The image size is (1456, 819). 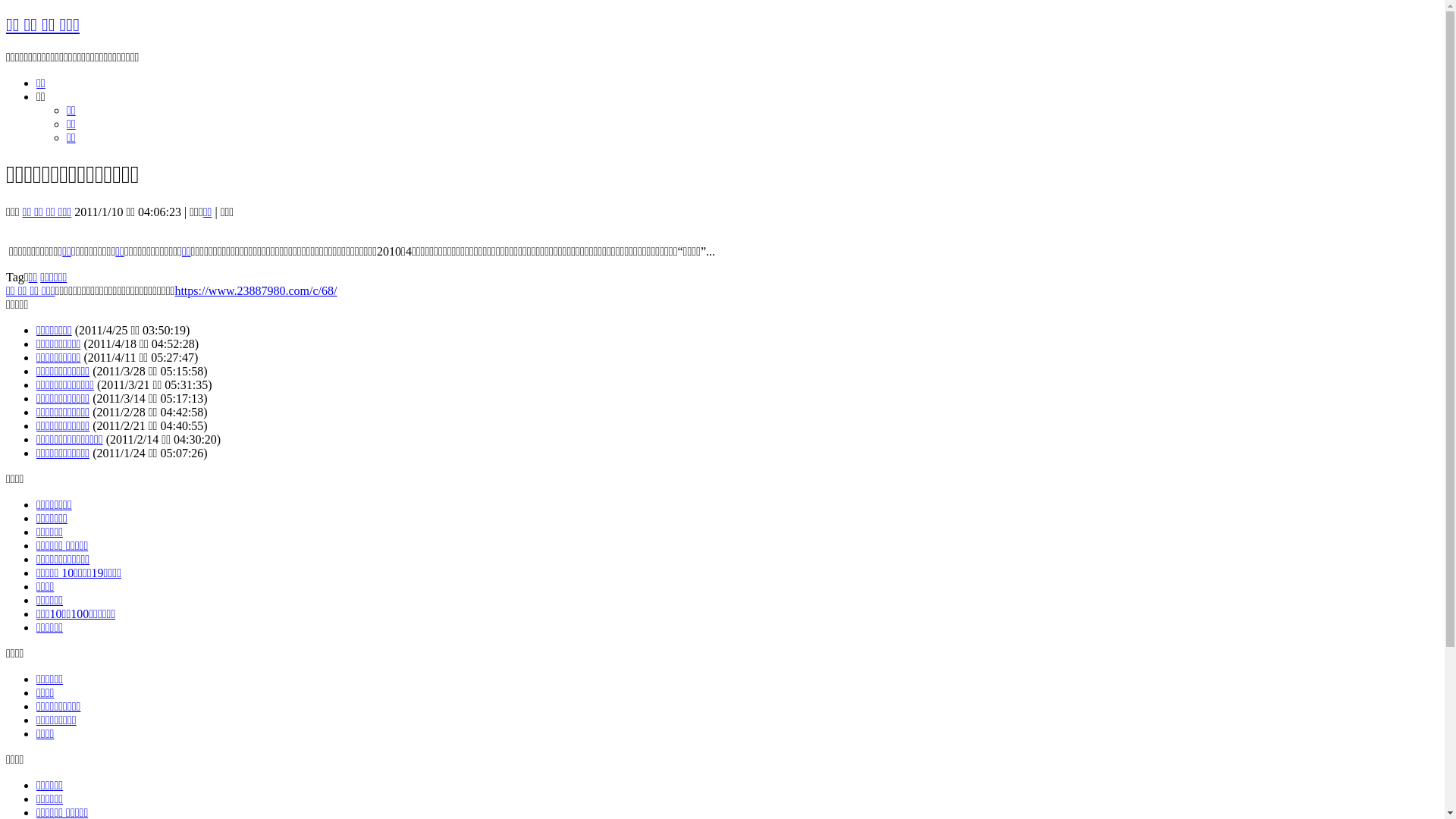 What do you see at coordinates (255, 290) in the screenshot?
I see `'https://www.23887980.com/c/68/'` at bounding box center [255, 290].